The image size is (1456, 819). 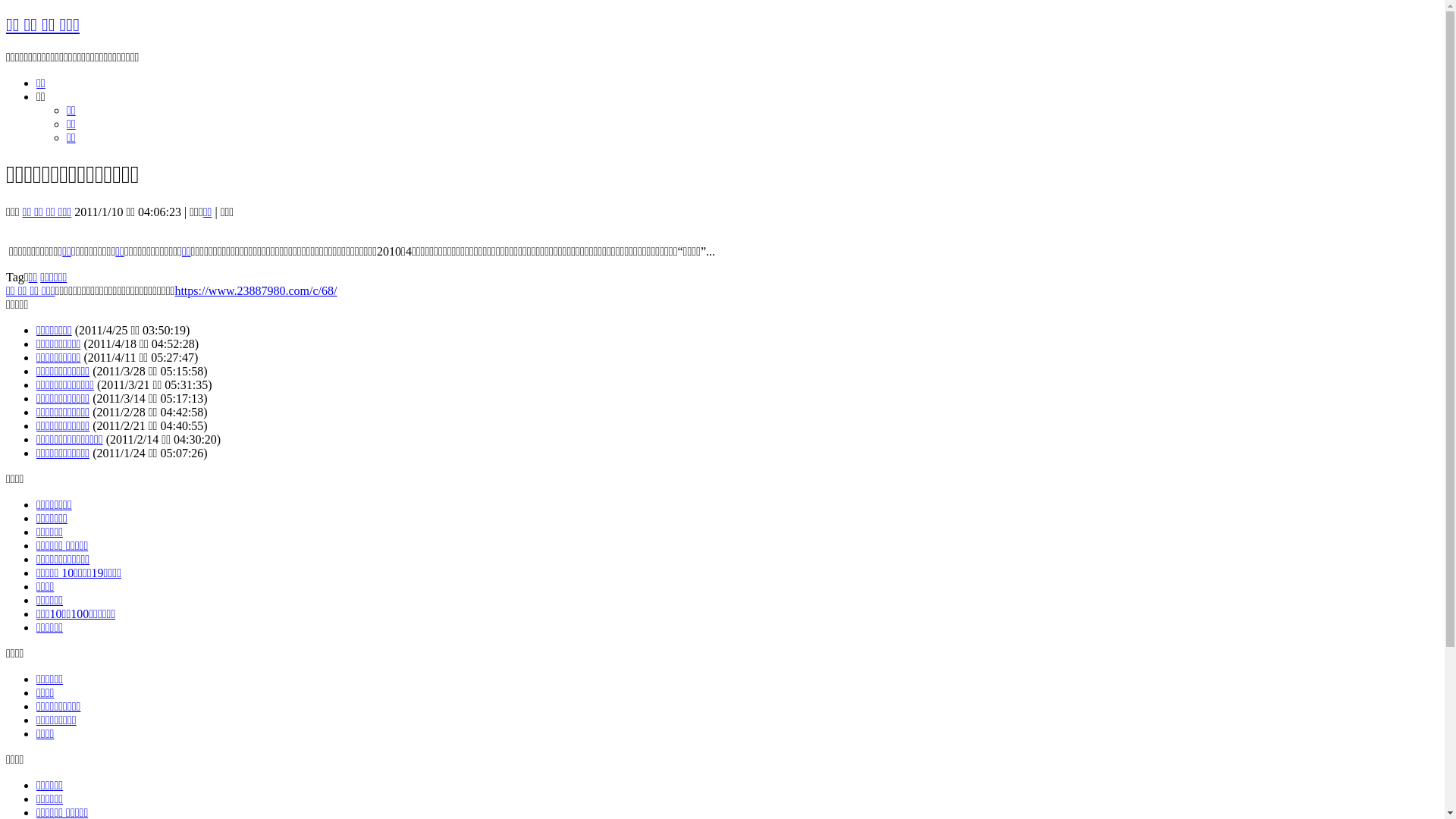 What do you see at coordinates (255, 290) in the screenshot?
I see `'https://www.23887980.com/c/68/'` at bounding box center [255, 290].